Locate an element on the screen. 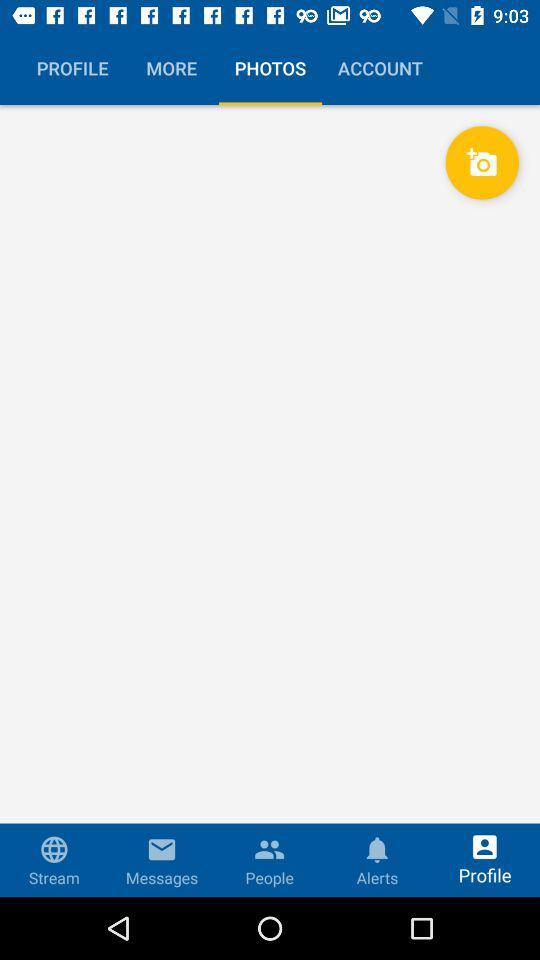  item below the profile icon is located at coordinates (270, 500).